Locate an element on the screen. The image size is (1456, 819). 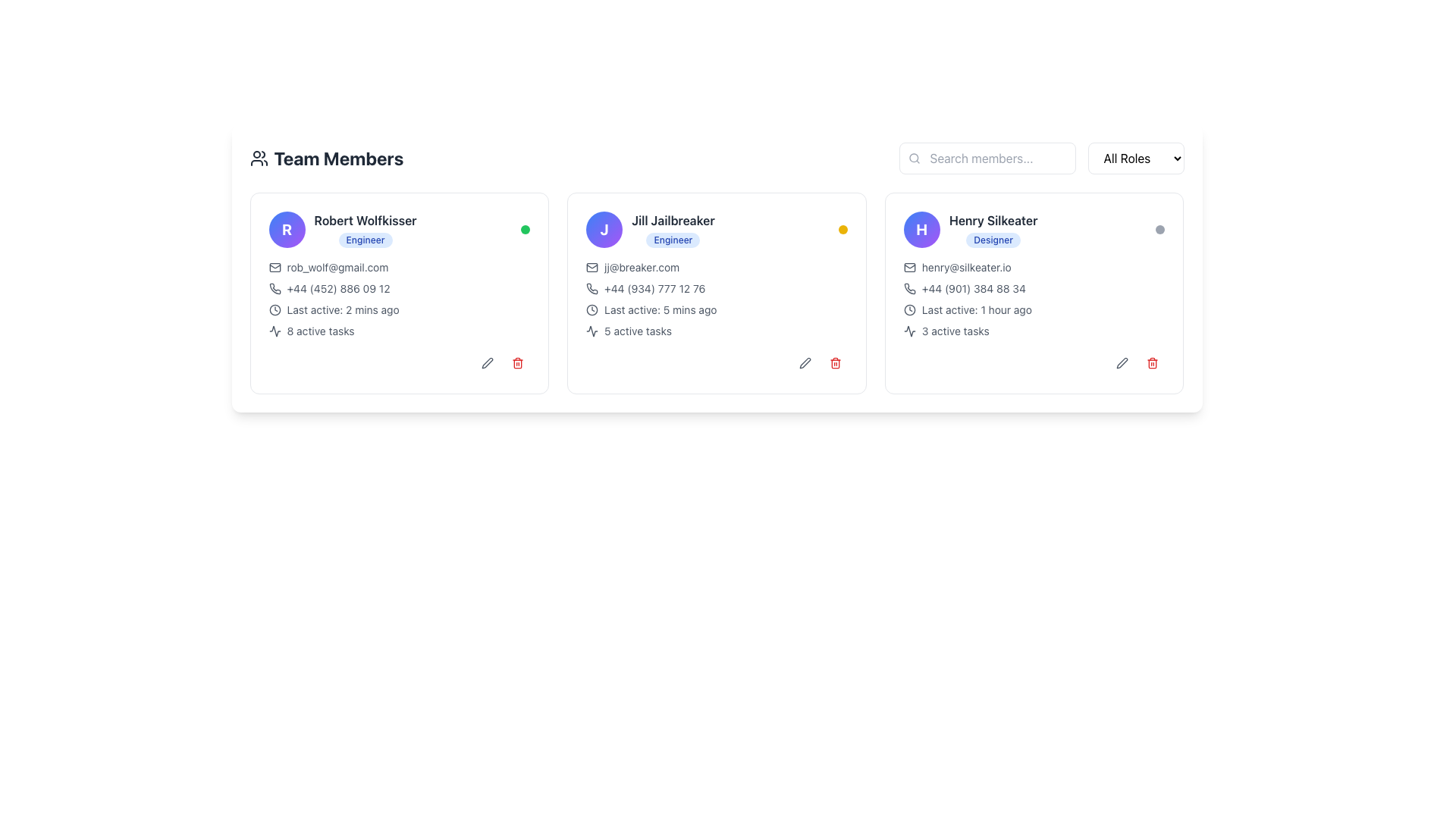
the clickable email link for Henry Silkeater is located at coordinates (965, 267).